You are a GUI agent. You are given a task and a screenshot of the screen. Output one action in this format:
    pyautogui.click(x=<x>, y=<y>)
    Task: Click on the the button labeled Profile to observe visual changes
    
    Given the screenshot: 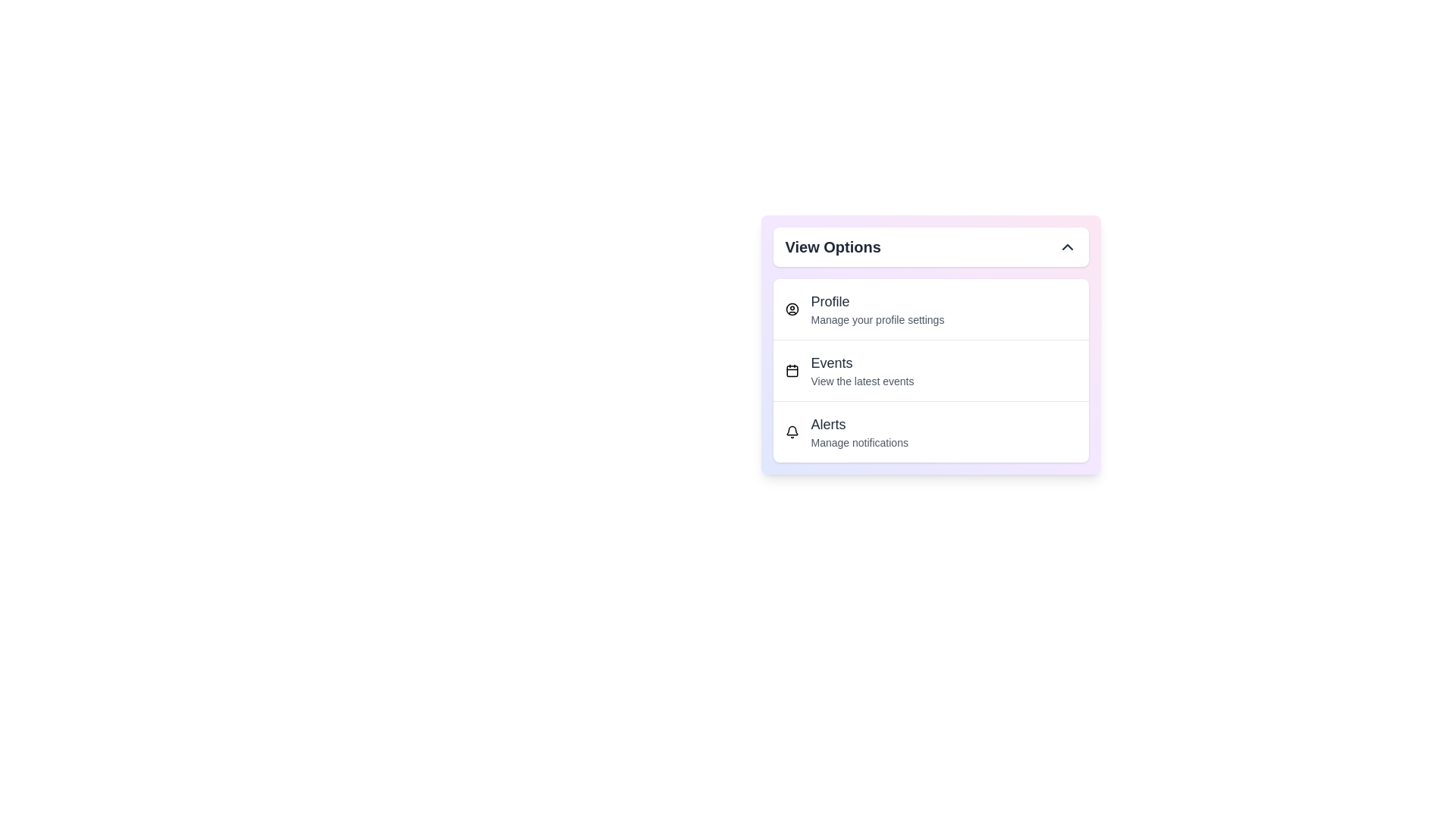 What is the action you would take?
    pyautogui.click(x=930, y=309)
    